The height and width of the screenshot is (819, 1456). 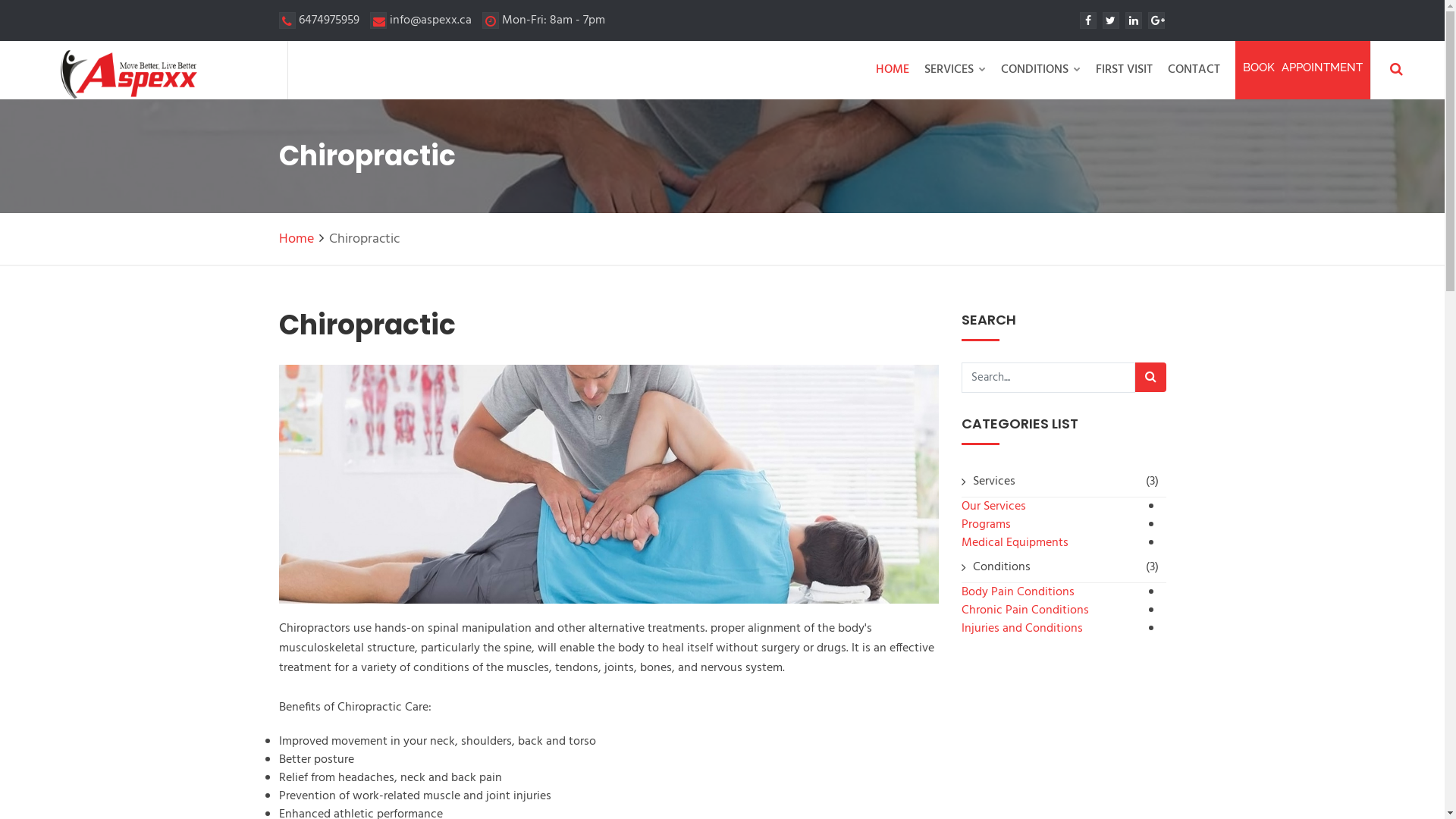 I want to click on 'Services', so click(x=993, y=482).